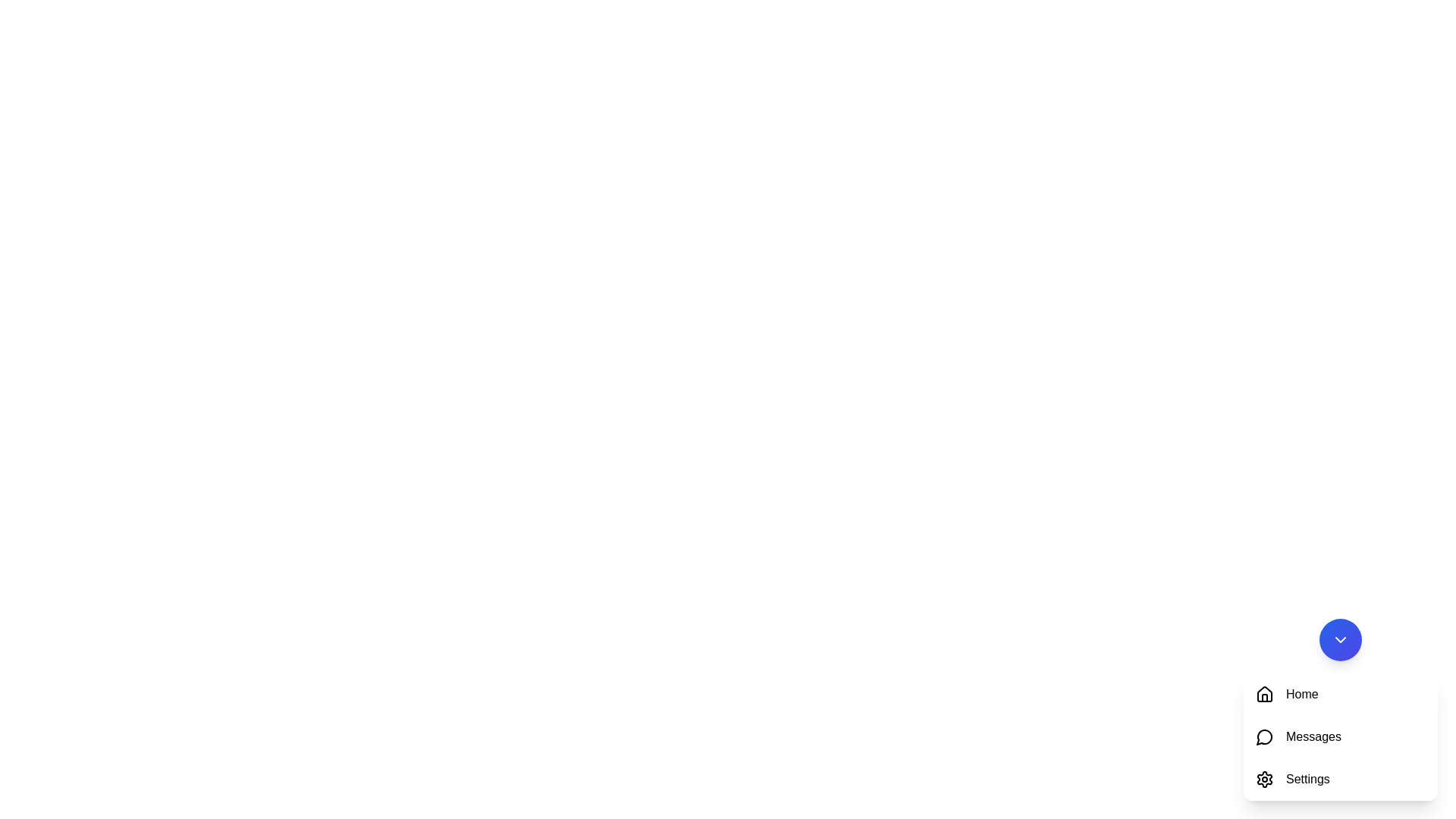  I want to click on the 'Home' navigation button, which is the first option in a vertically stacked panel containing 'Home', 'Messages', and 'Settings', so click(1340, 694).